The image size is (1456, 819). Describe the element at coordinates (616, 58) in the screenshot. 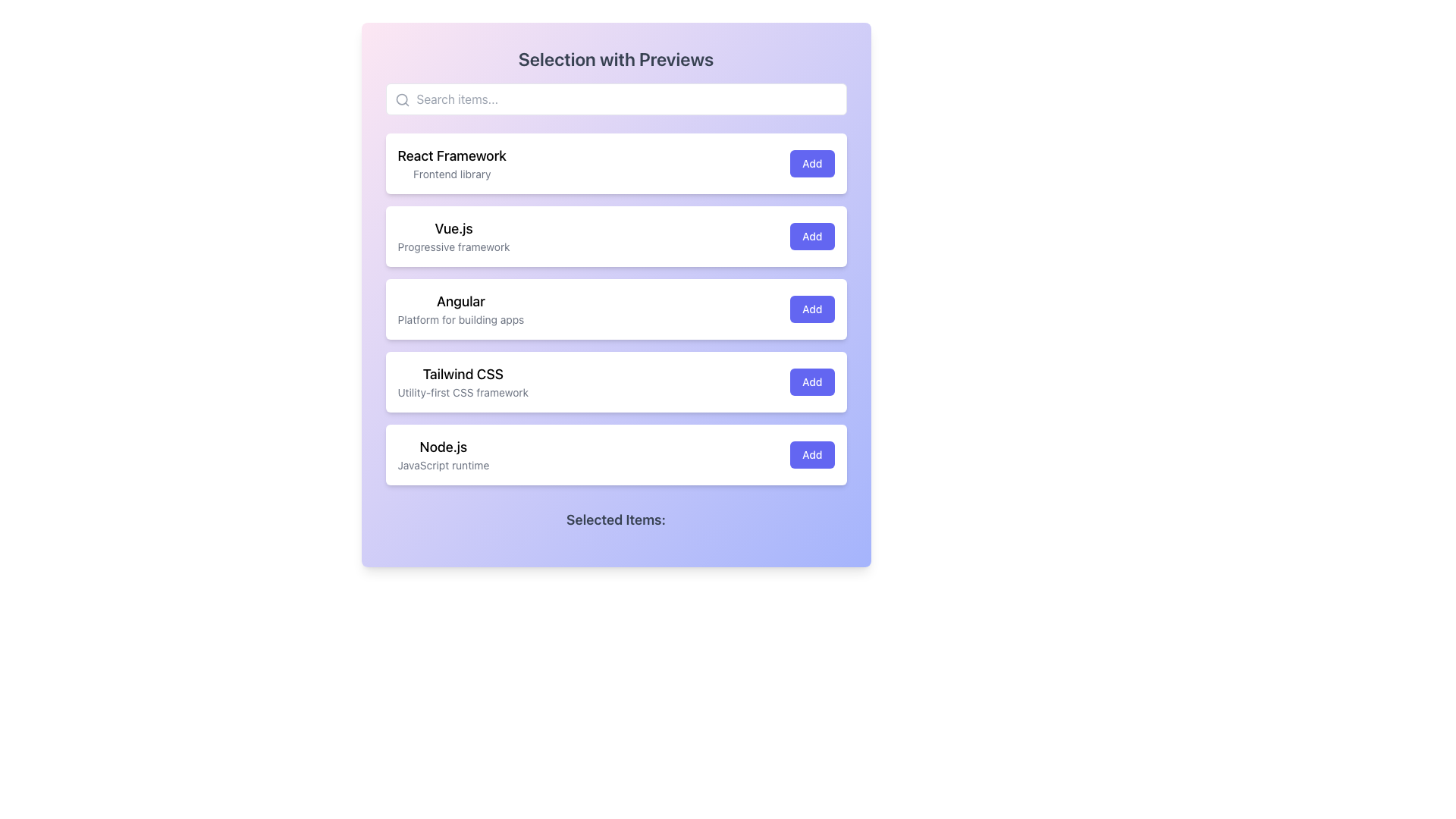

I see `the Text (Heading) element at the top center of the card, which serves as the descriptive title for the interface section` at that location.